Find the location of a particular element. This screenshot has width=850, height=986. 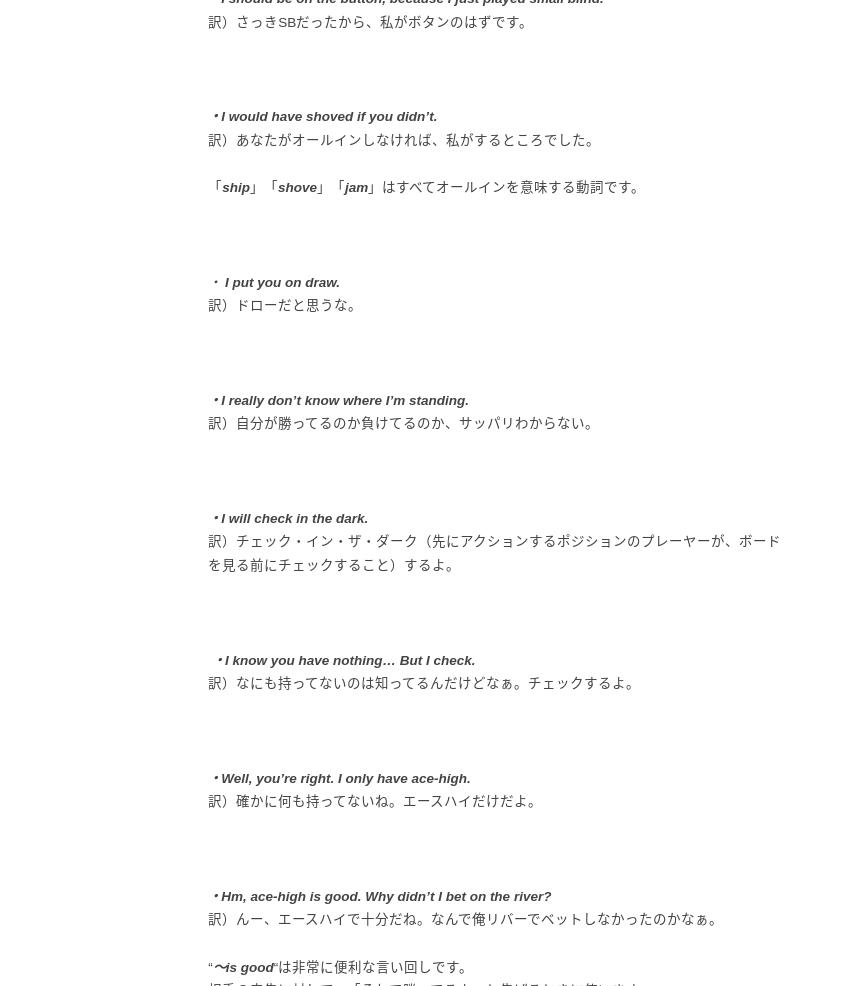

's' is located at coordinates (280, 186).